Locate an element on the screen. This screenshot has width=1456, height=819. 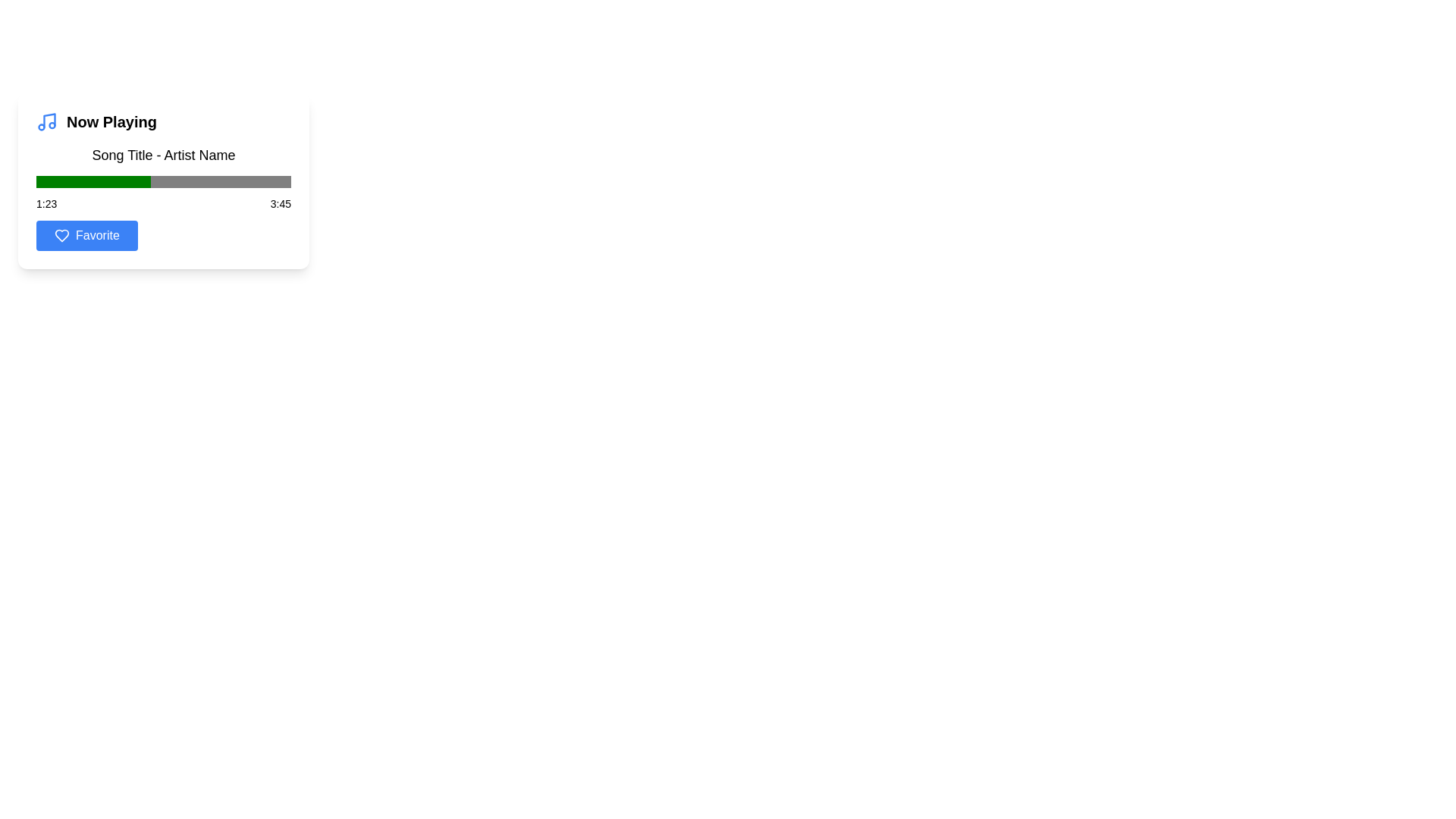
the vertical stem component of the music note icon located at the top-left corner of the card displaying the now-playing song details is located at coordinates (49, 120).